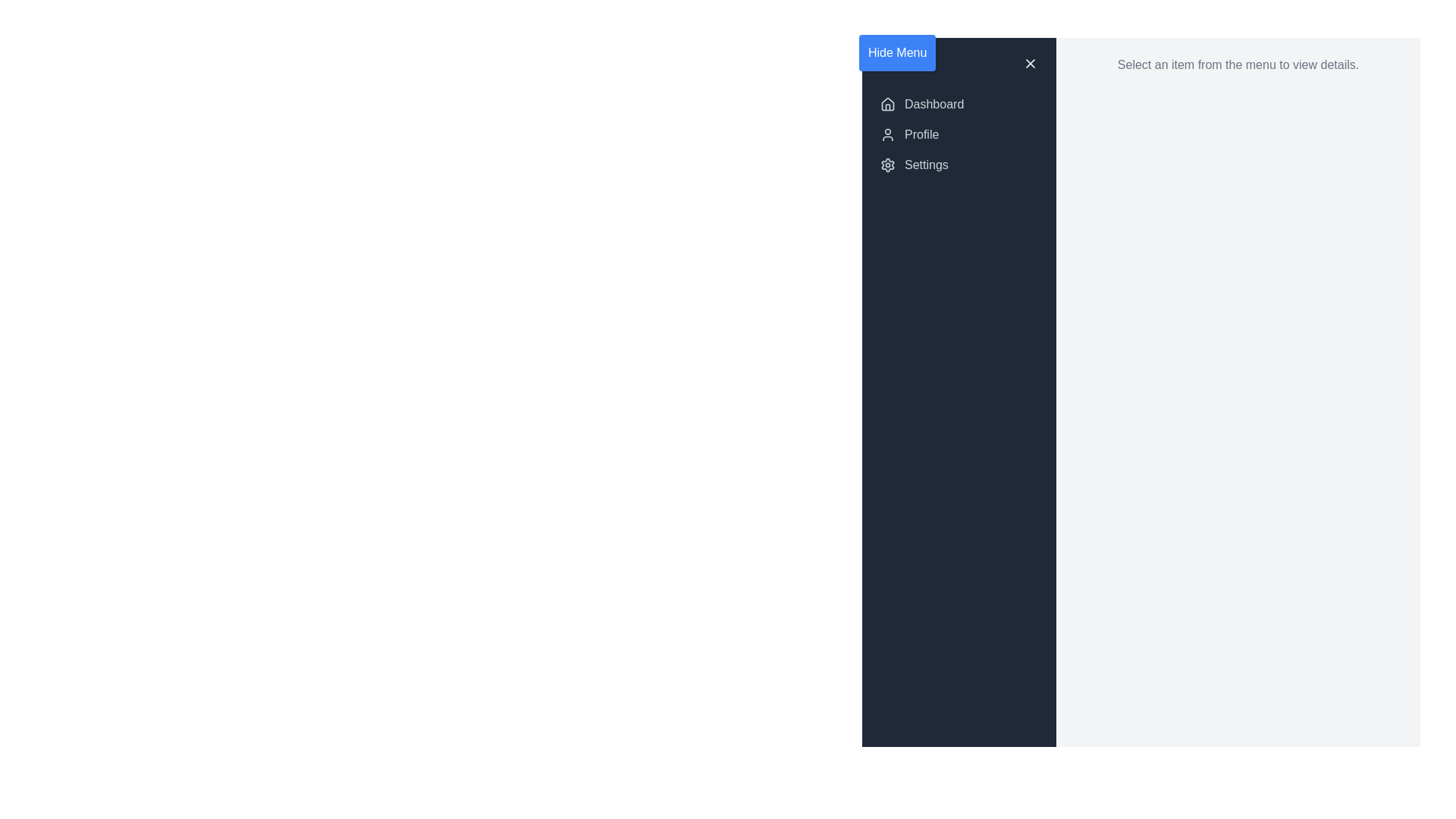 The height and width of the screenshot is (819, 1456). What do you see at coordinates (934, 104) in the screenshot?
I see `the menu item labeled 'Dashboard' located at the top of the vertical menu in the sidebar section` at bounding box center [934, 104].